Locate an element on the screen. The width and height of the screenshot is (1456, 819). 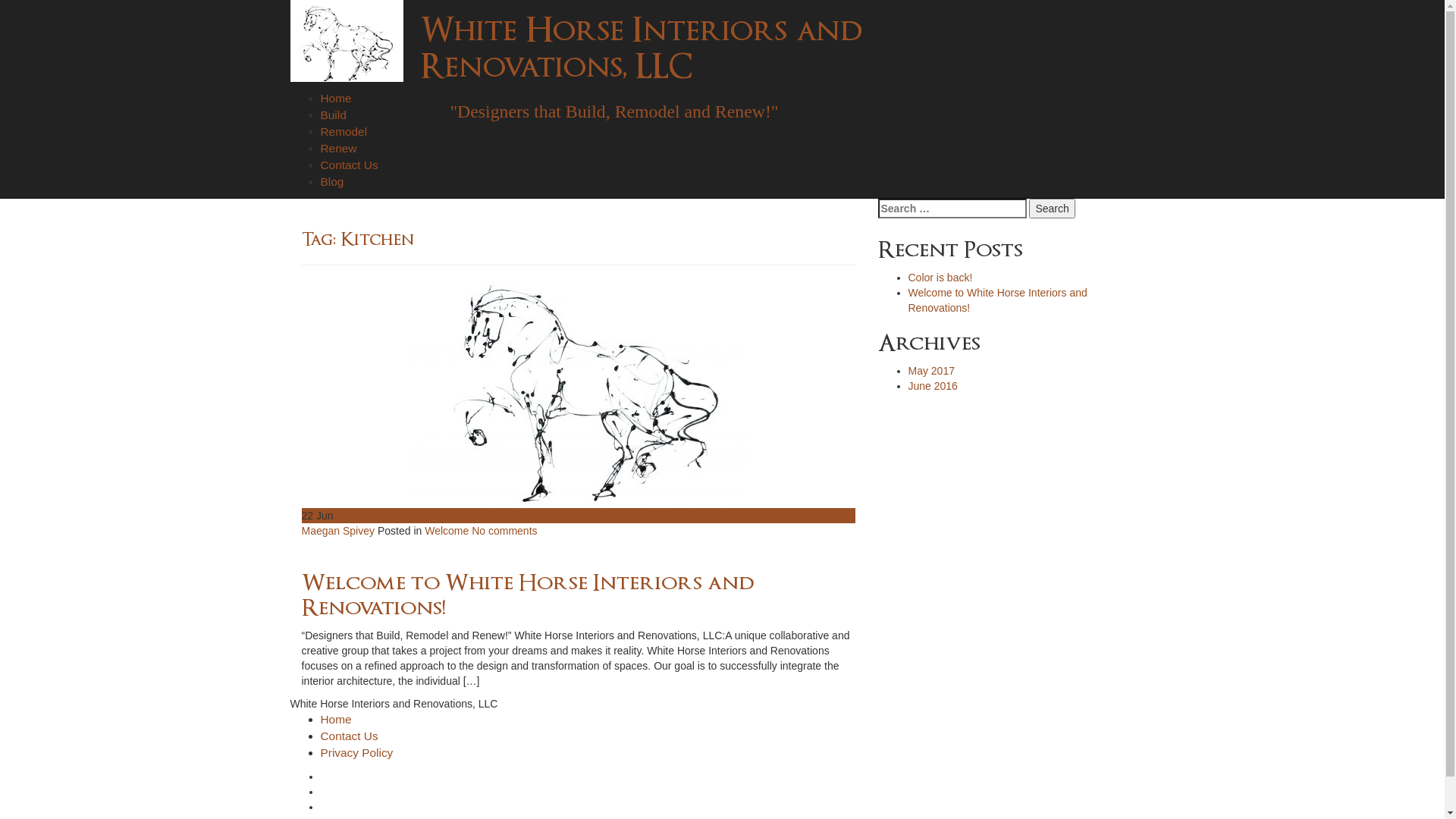
'Remodel' is located at coordinates (319, 130).